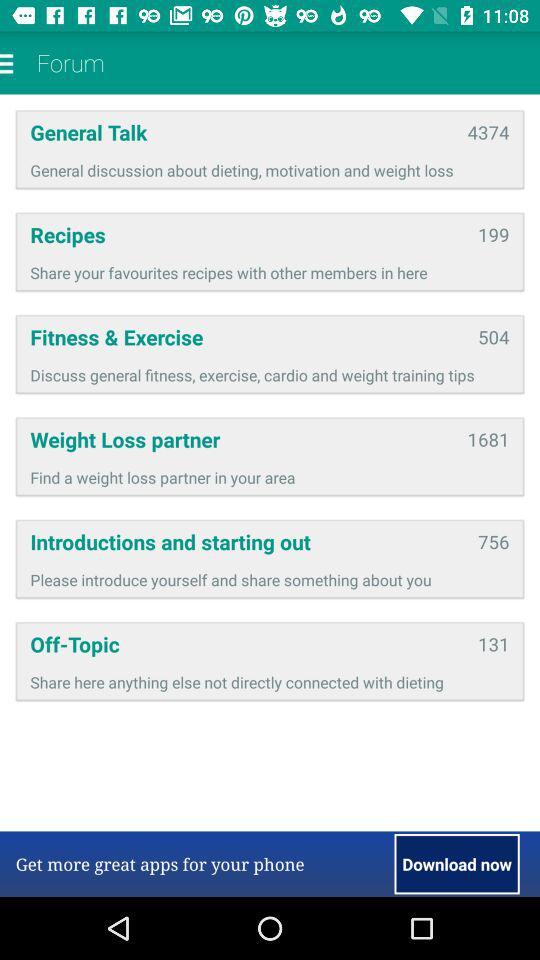 This screenshot has width=540, height=960. Describe the element at coordinates (270, 169) in the screenshot. I see `general discussion about icon` at that location.